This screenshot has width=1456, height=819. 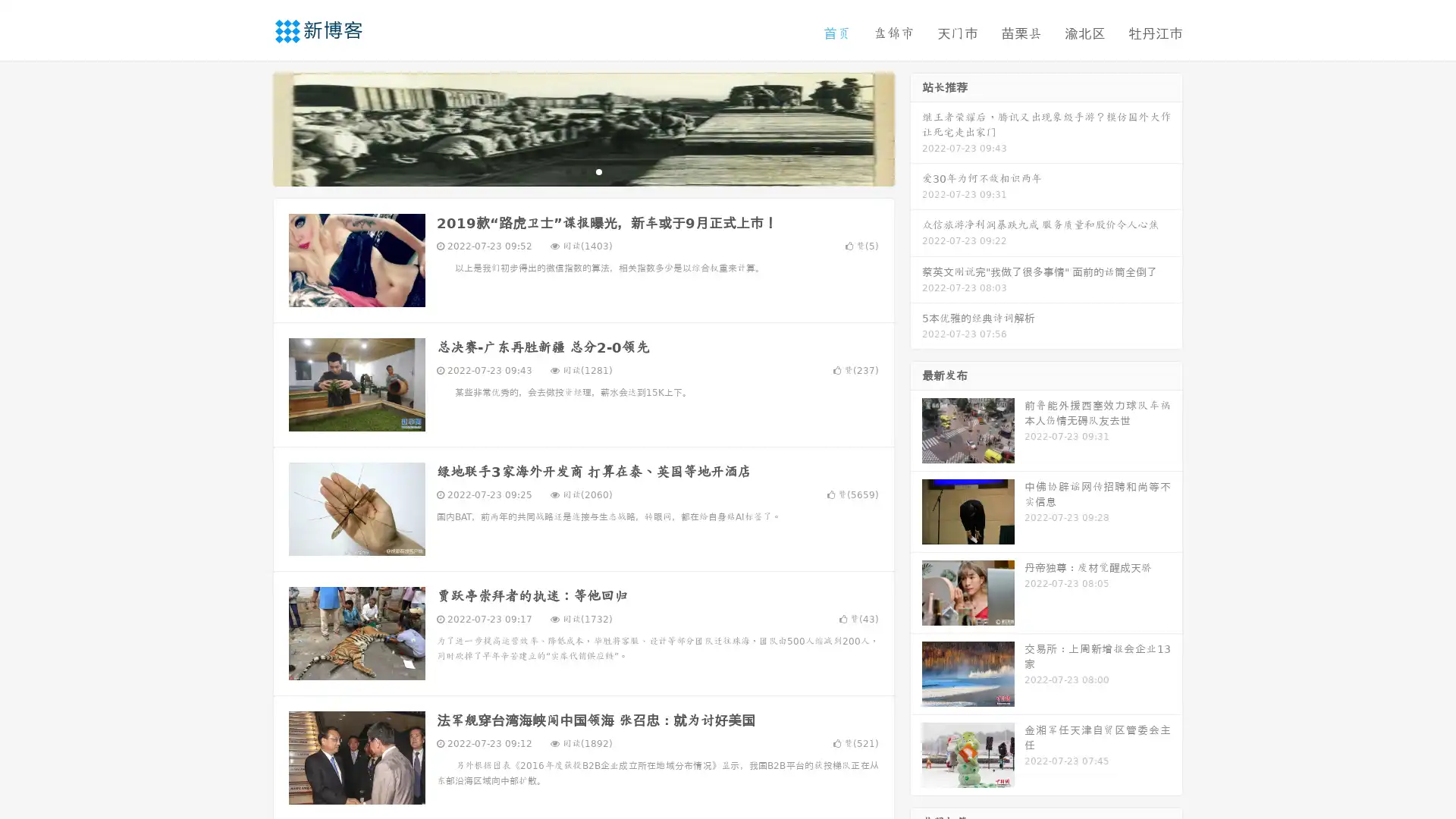 I want to click on Go to slide 3, so click(x=598, y=171).